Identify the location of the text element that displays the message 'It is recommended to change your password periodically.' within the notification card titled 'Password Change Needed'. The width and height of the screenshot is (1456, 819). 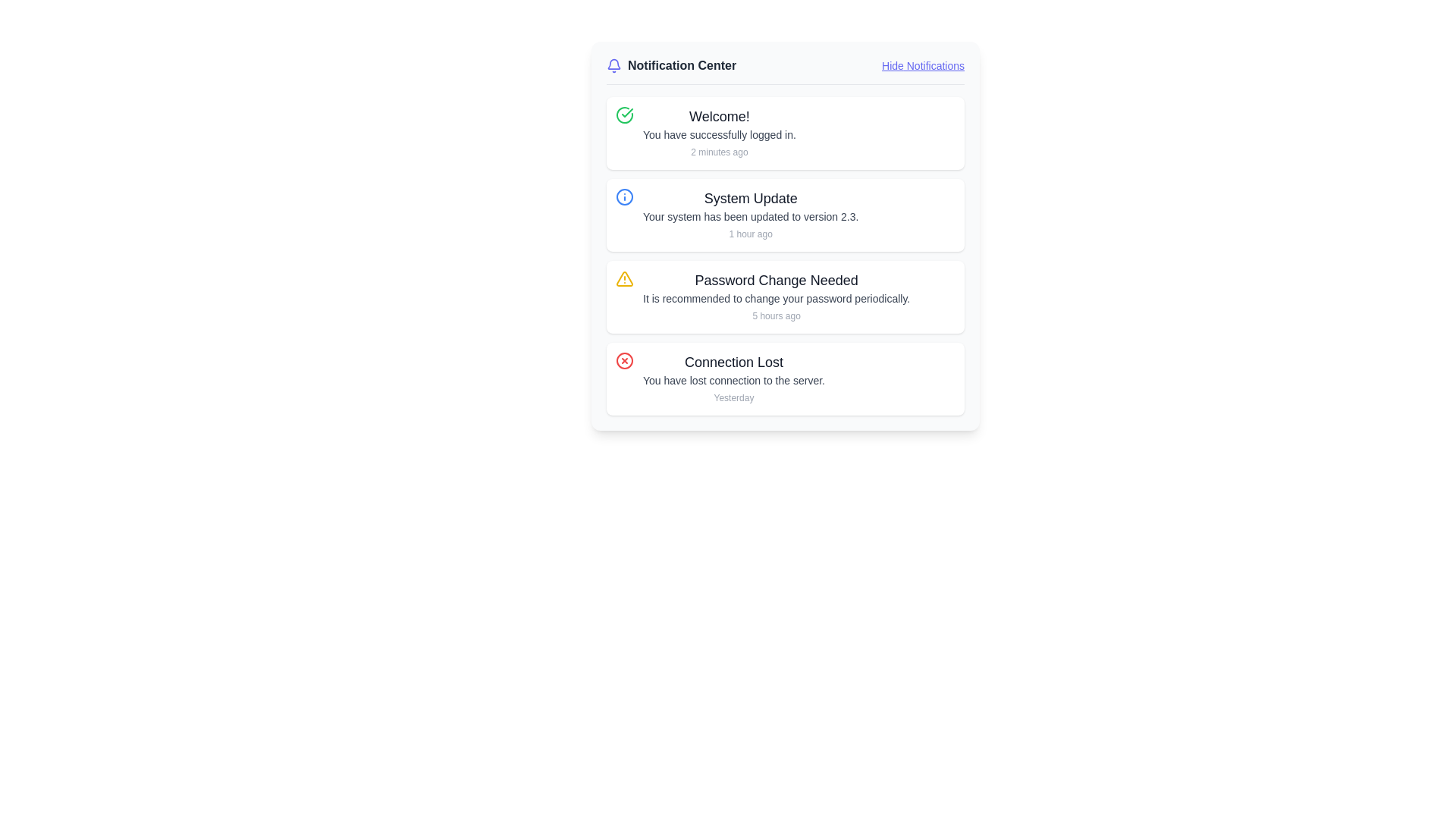
(777, 298).